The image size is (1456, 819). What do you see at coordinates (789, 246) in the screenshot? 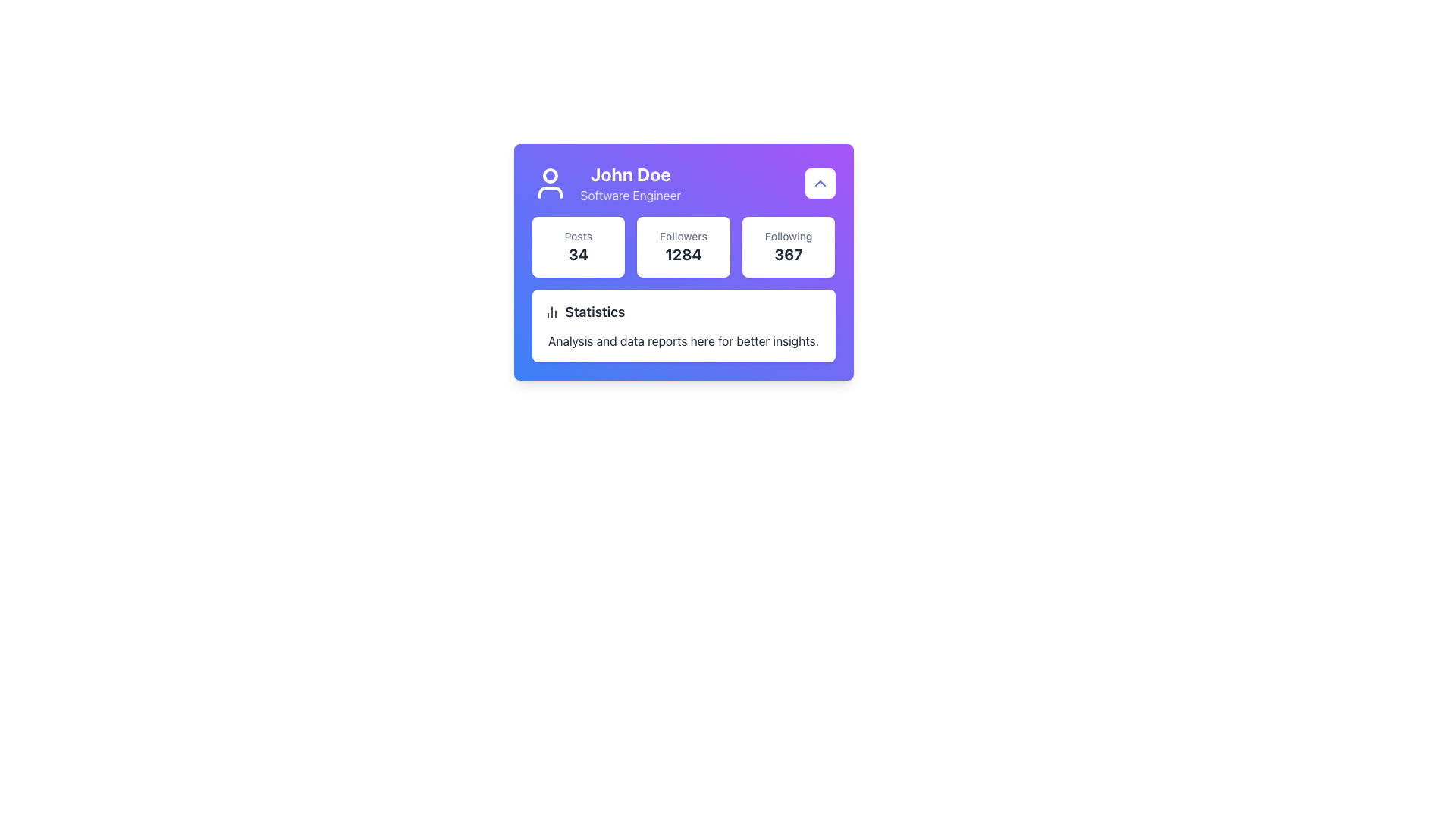
I see `the informational card displaying the number of accounts the user is following, labeled 'Following' with the count '367', located at the top-middle section of the interface` at bounding box center [789, 246].